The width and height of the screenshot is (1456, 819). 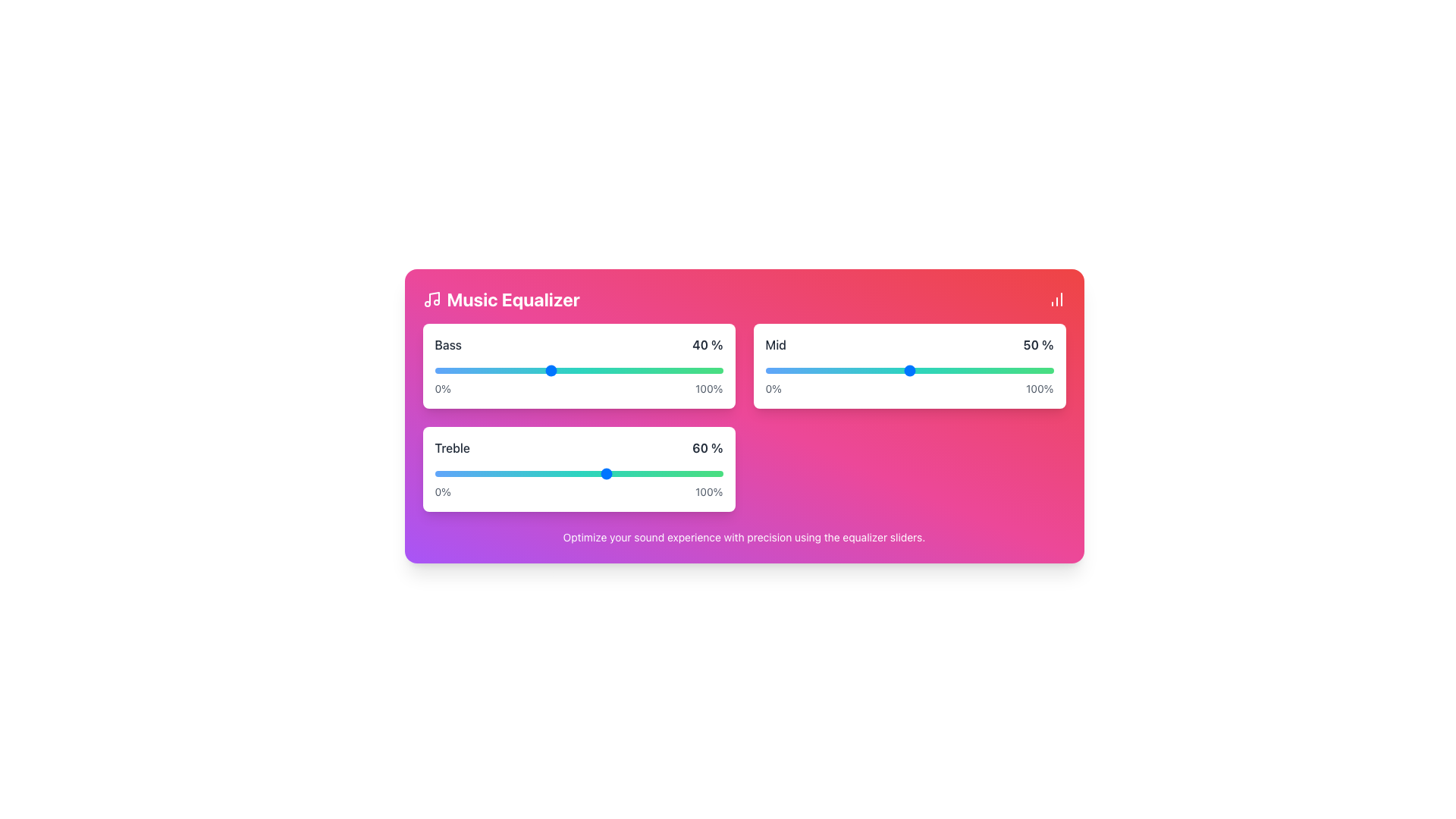 I want to click on the mid-level equalizer, so click(x=1038, y=371).